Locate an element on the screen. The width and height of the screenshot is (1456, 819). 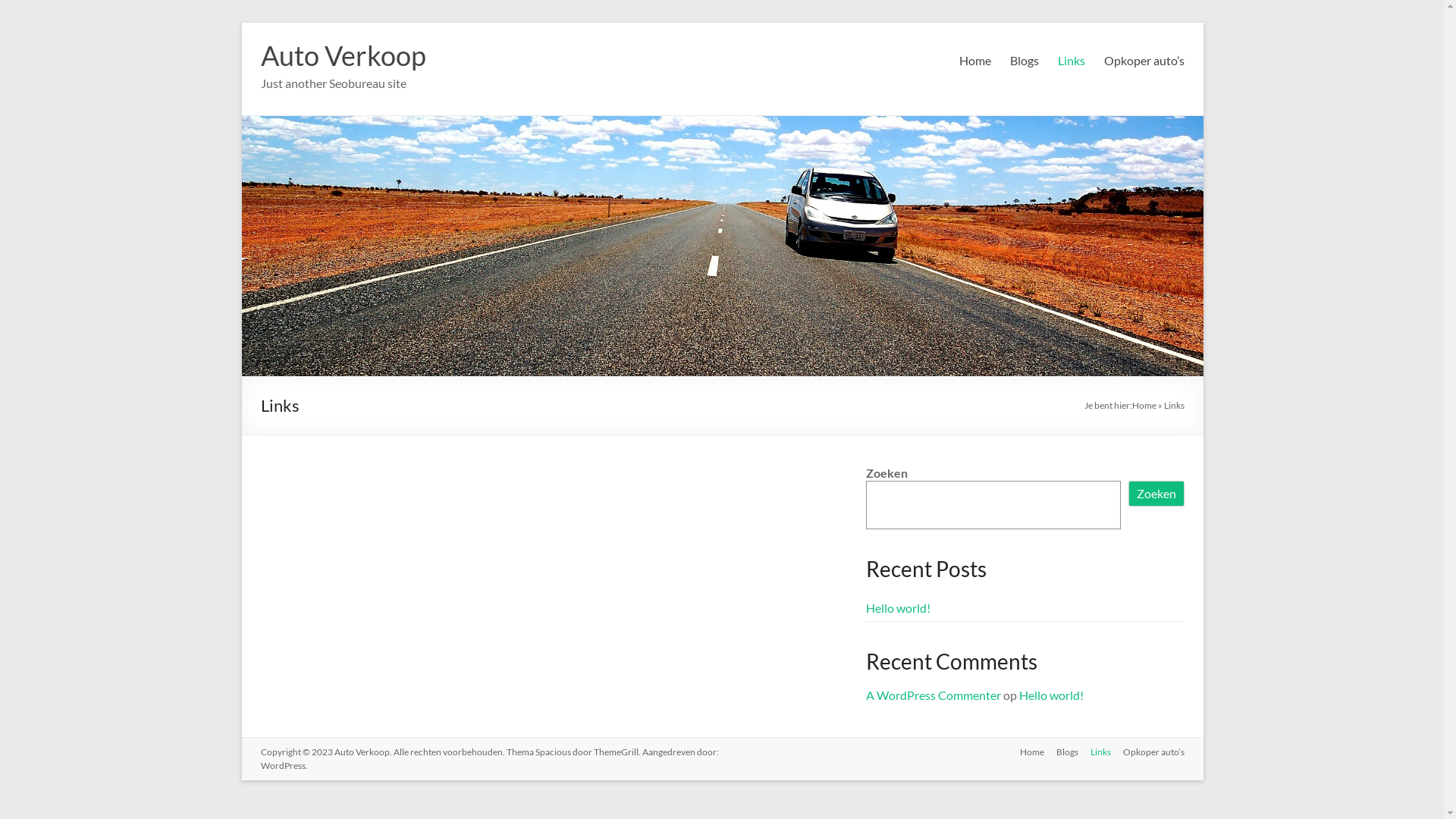
'Spacious' is located at coordinates (552, 752).